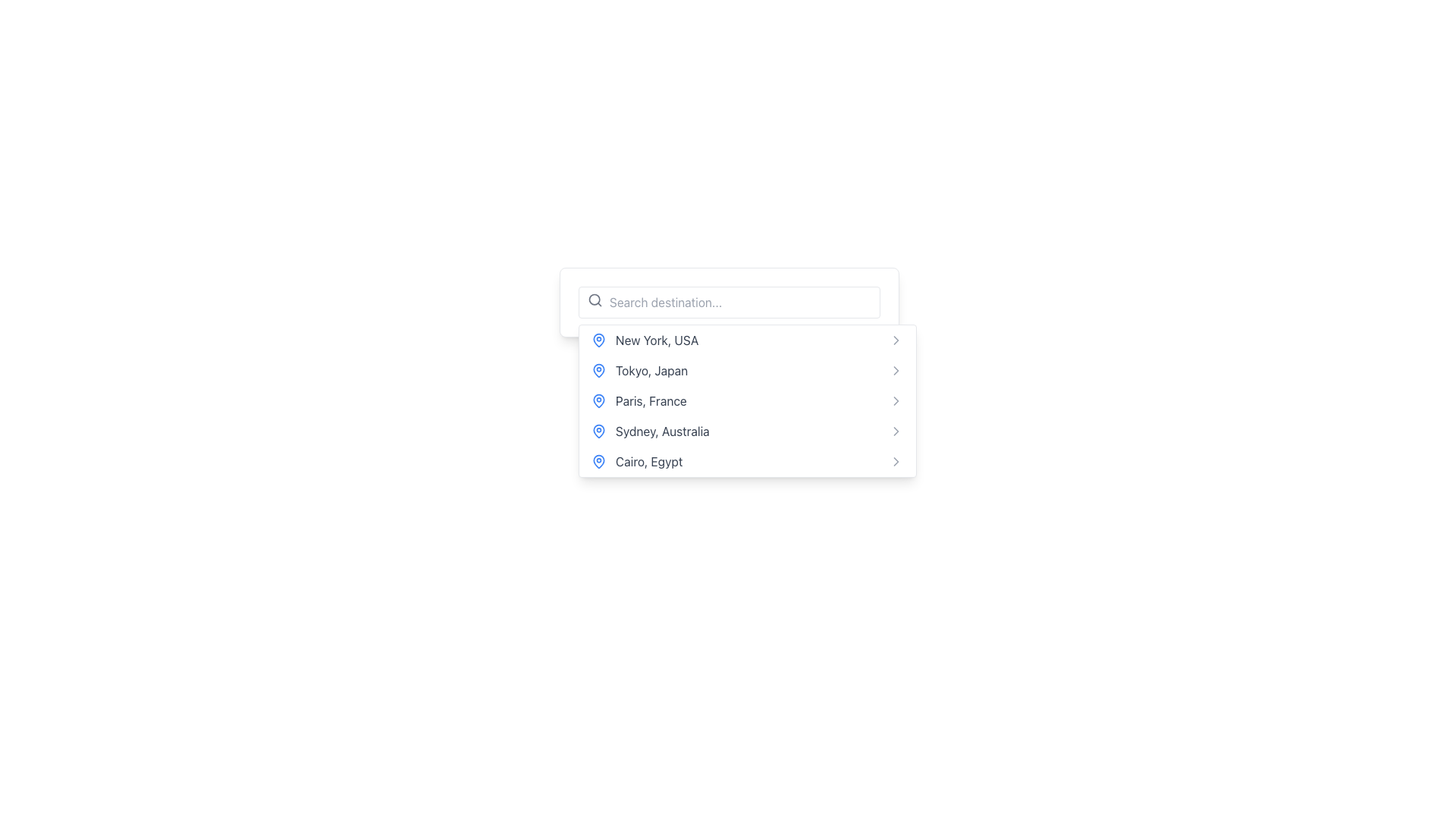  I want to click on the dropdown menu item displaying 'Sydney, Australia', so click(662, 431).